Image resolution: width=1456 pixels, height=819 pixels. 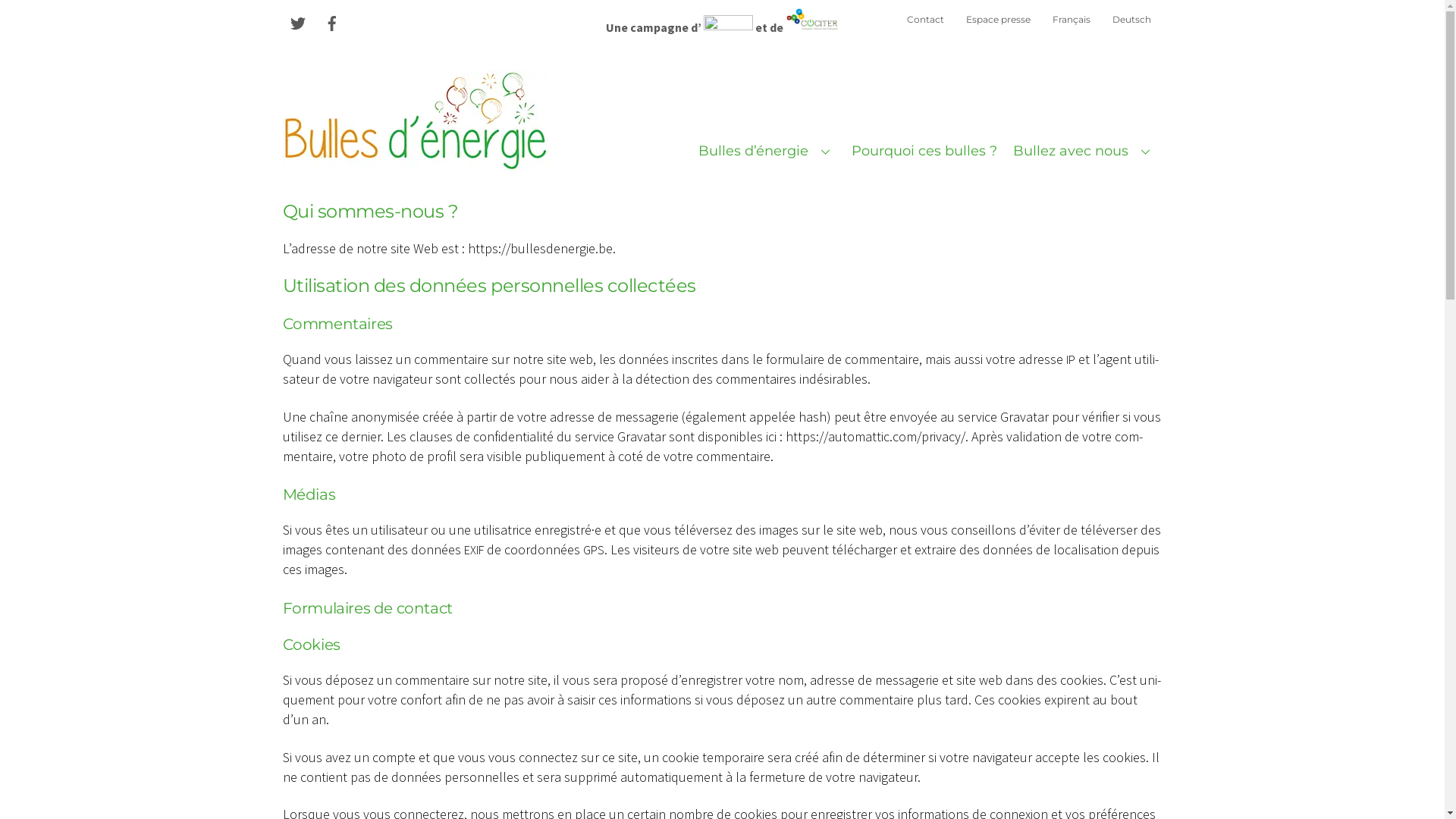 What do you see at coordinates (924, 151) in the screenshot?
I see `'Pourquoi ces bulles ?'` at bounding box center [924, 151].